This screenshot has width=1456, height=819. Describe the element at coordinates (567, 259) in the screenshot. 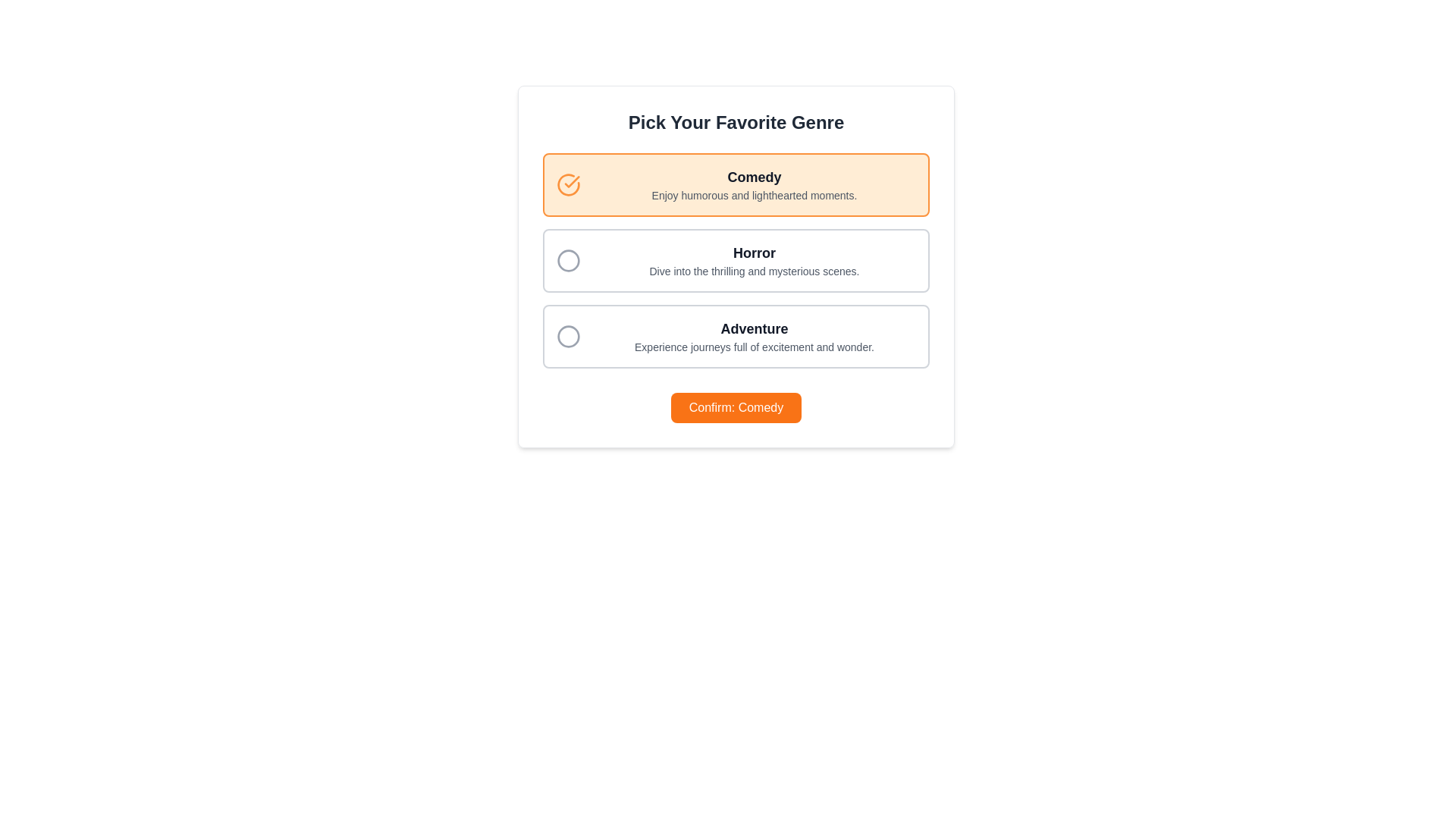

I see `the circular selection indicator for the 'Horror' option, which is part of the graphical selection list` at that location.